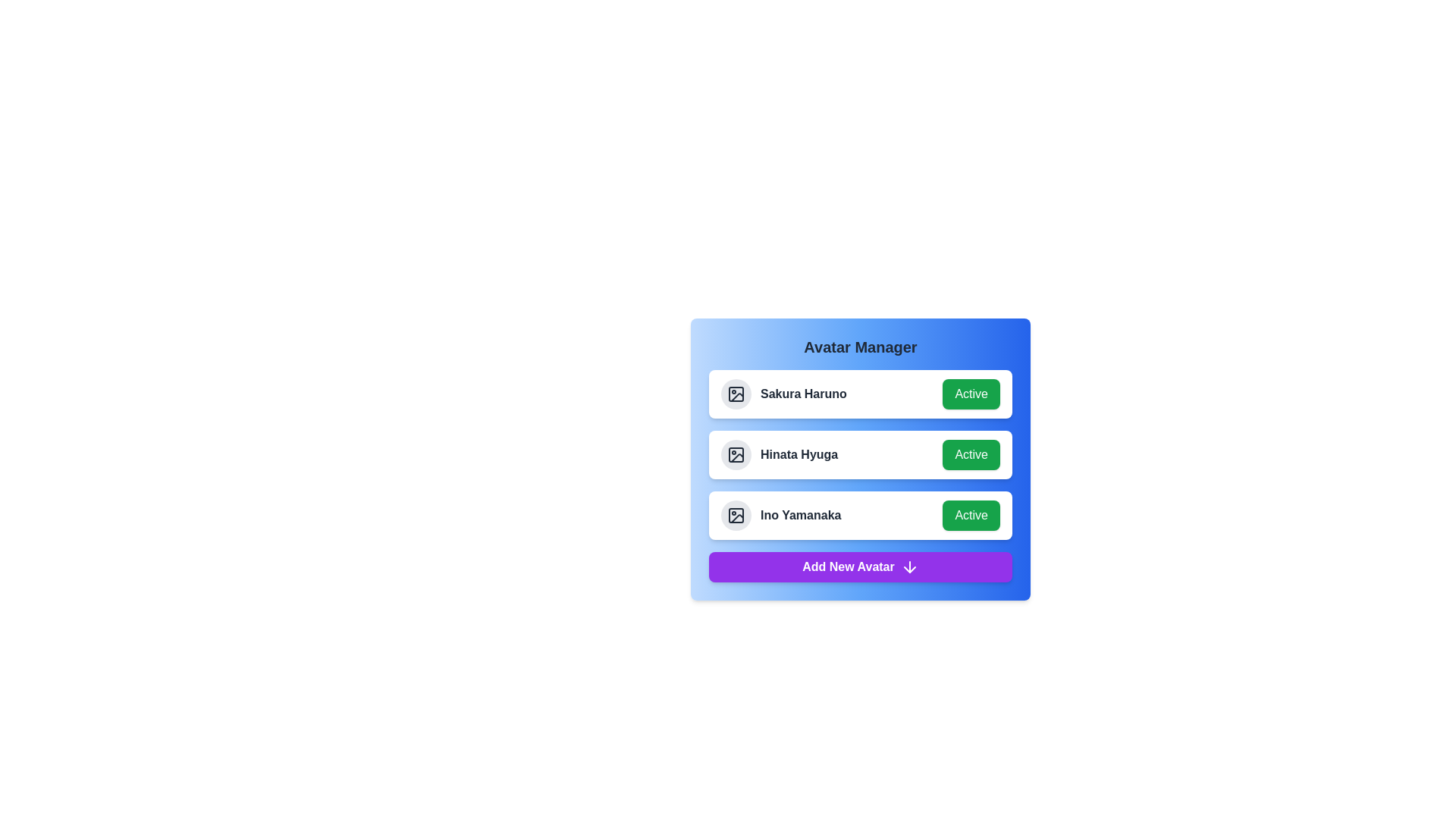  I want to click on the avatar icon for the user 'Hinata Hyuga' in the 'Avatar Manager' panel, which is a gray square box with rounded corners and a circular mark, located in the second row of the list, so click(736, 454).